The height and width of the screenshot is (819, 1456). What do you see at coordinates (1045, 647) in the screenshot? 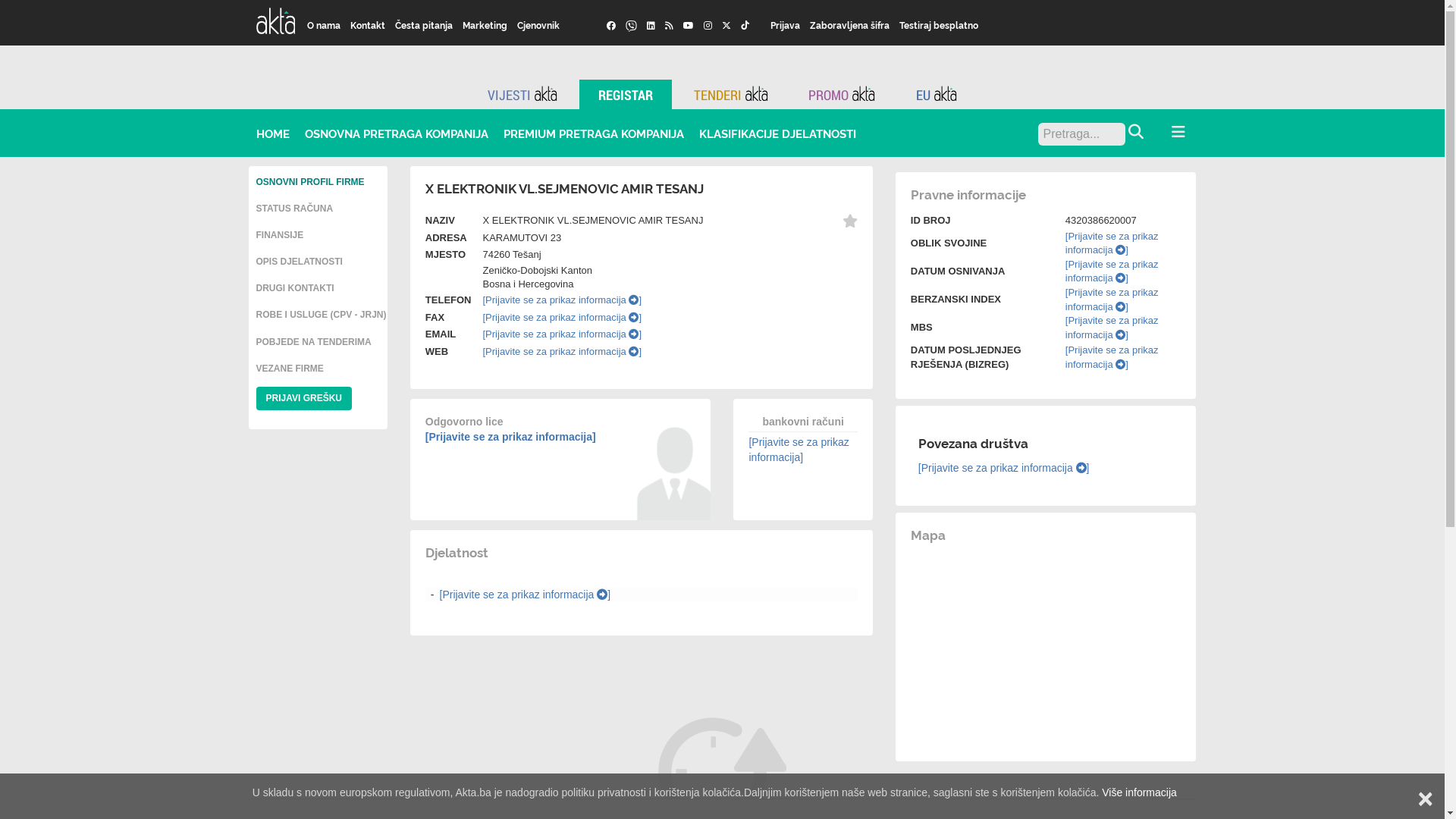
I see `'Map for KARAMUTOVI 23'` at bounding box center [1045, 647].